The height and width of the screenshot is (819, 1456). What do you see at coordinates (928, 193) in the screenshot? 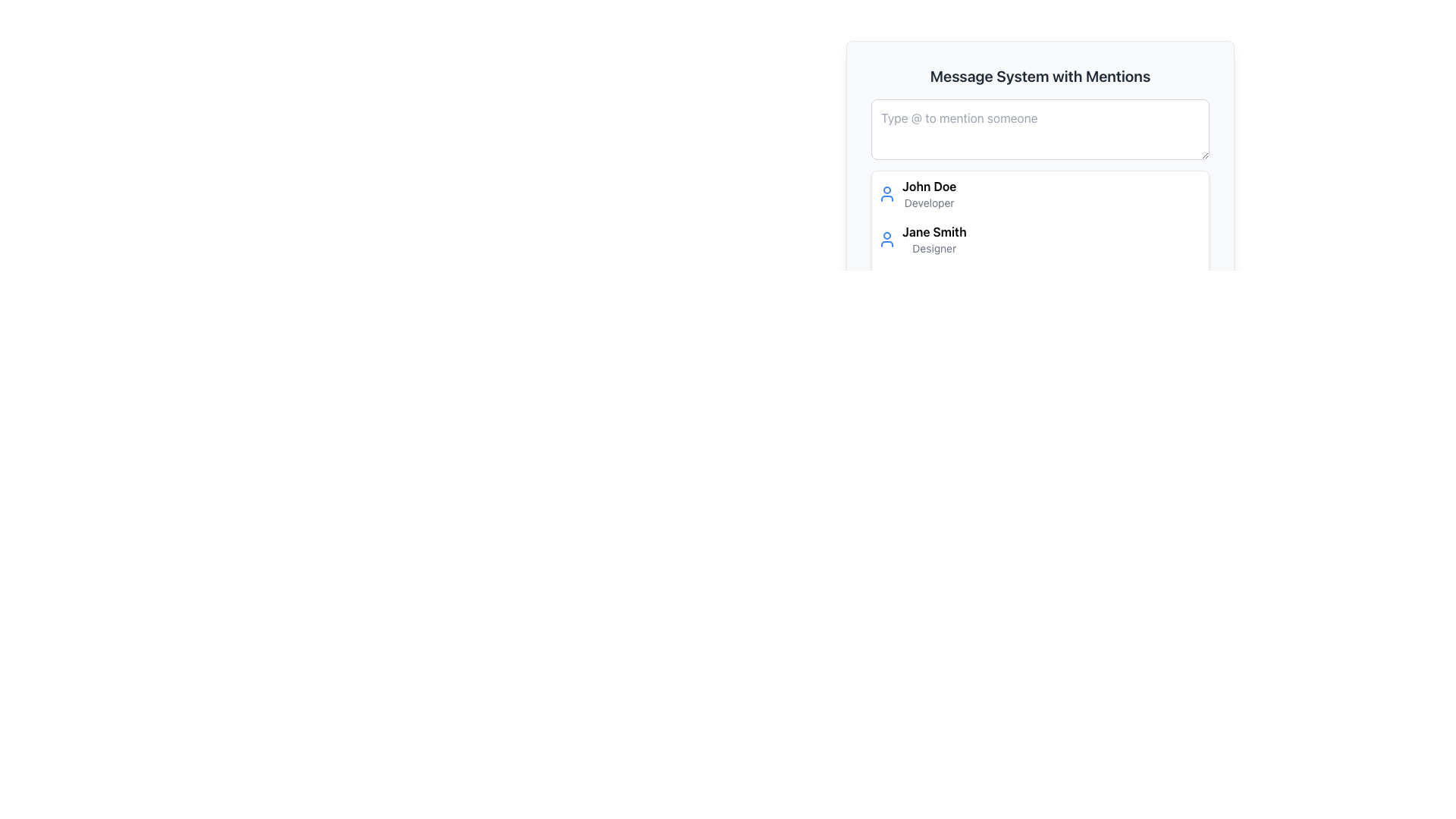
I see `contents of the text display element showing 'John Doe' and 'Developer' in a dropdown user list, positioned above 'Jane Smith Designer'` at bounding box center [928, 193].